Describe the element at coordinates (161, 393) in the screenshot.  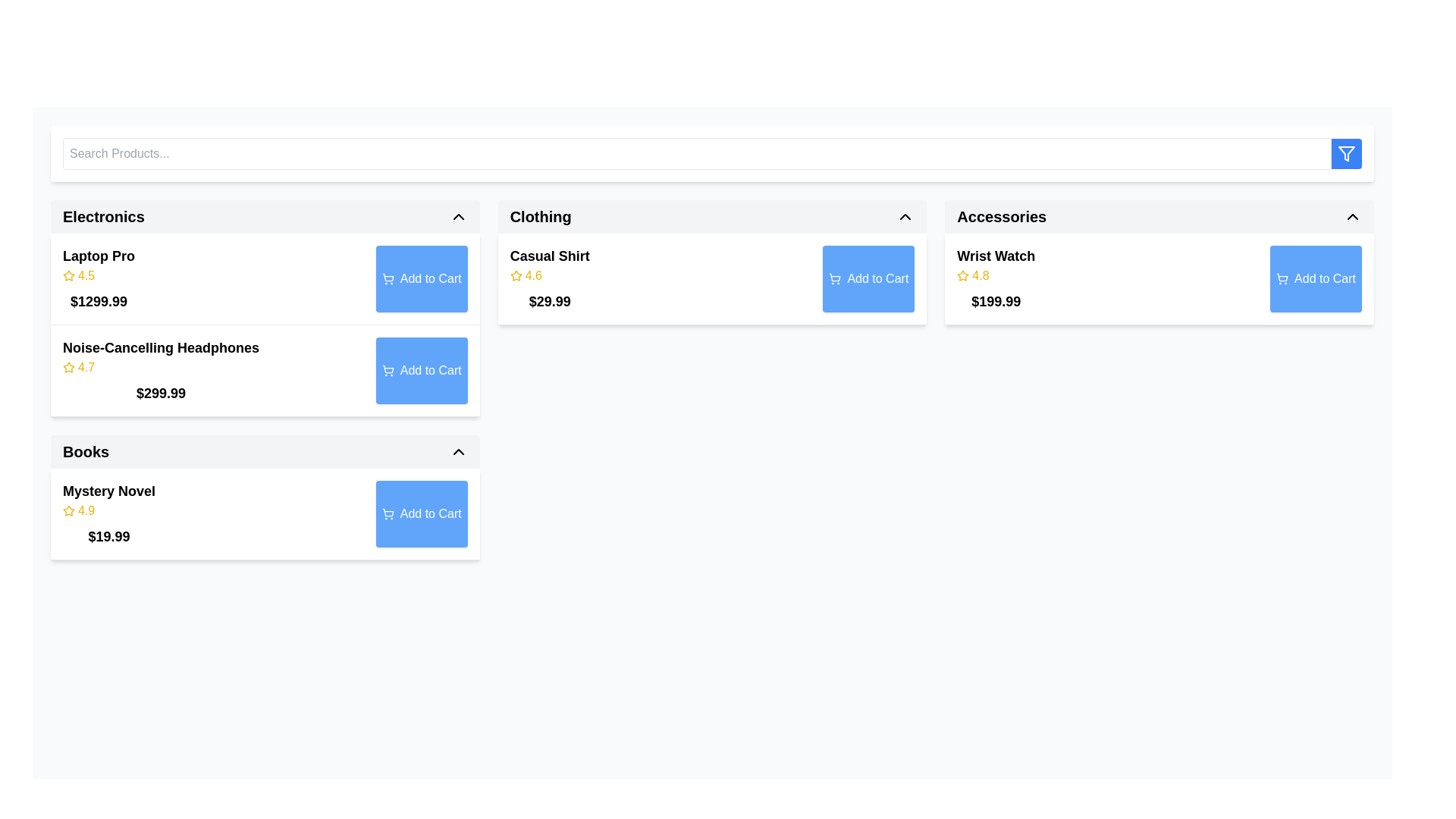
I see `the Text label displaying the price of the 'Noise-Cancelling Headphones' located at the bottom of the product card, just above the 'Add to Cart' button` at that location.